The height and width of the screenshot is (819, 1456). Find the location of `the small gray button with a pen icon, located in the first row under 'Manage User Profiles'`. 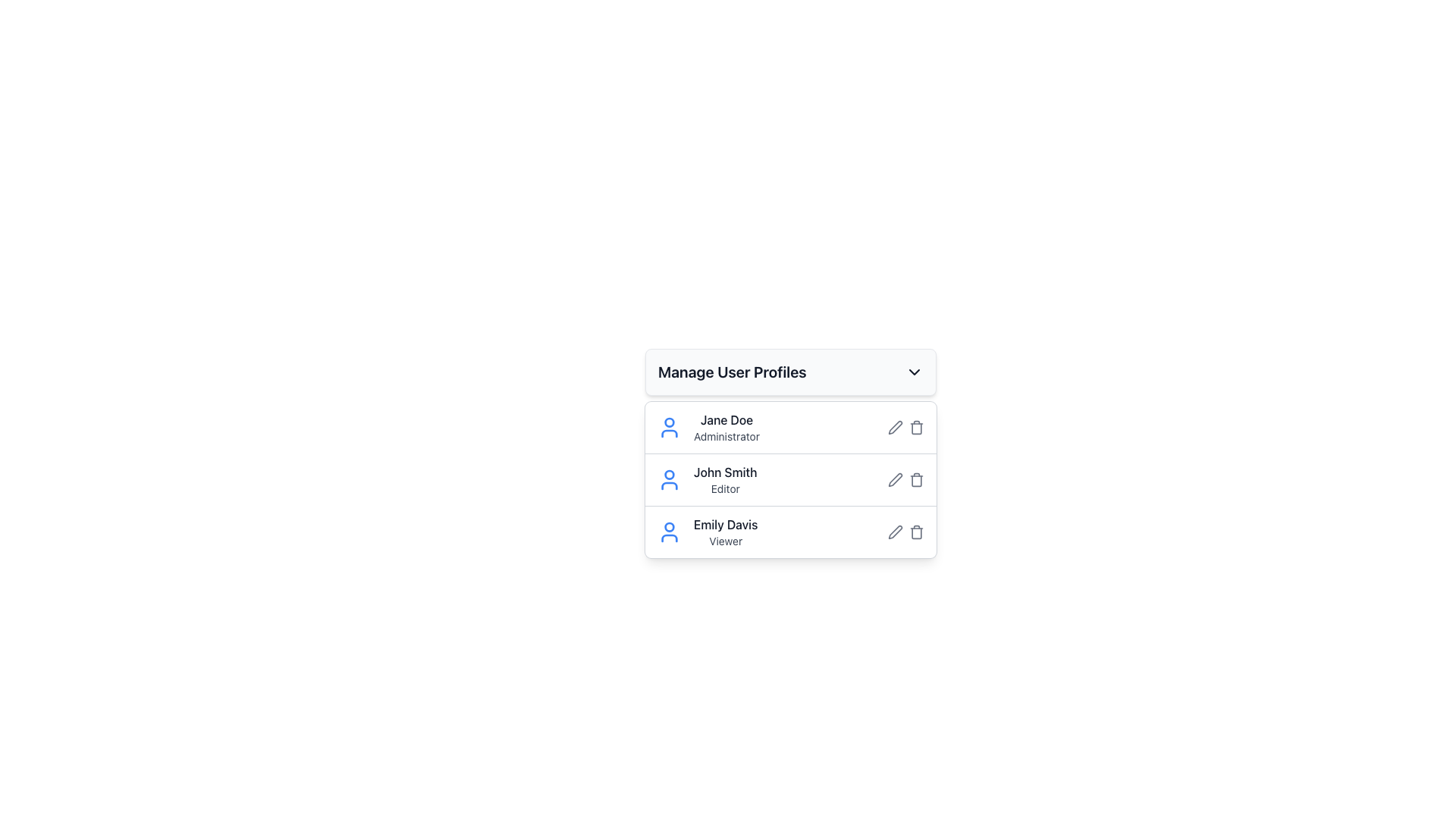

the small gray button with a pen icon, located in the first row under 'Manage User Profiles' is located at coordinates (895, 427).